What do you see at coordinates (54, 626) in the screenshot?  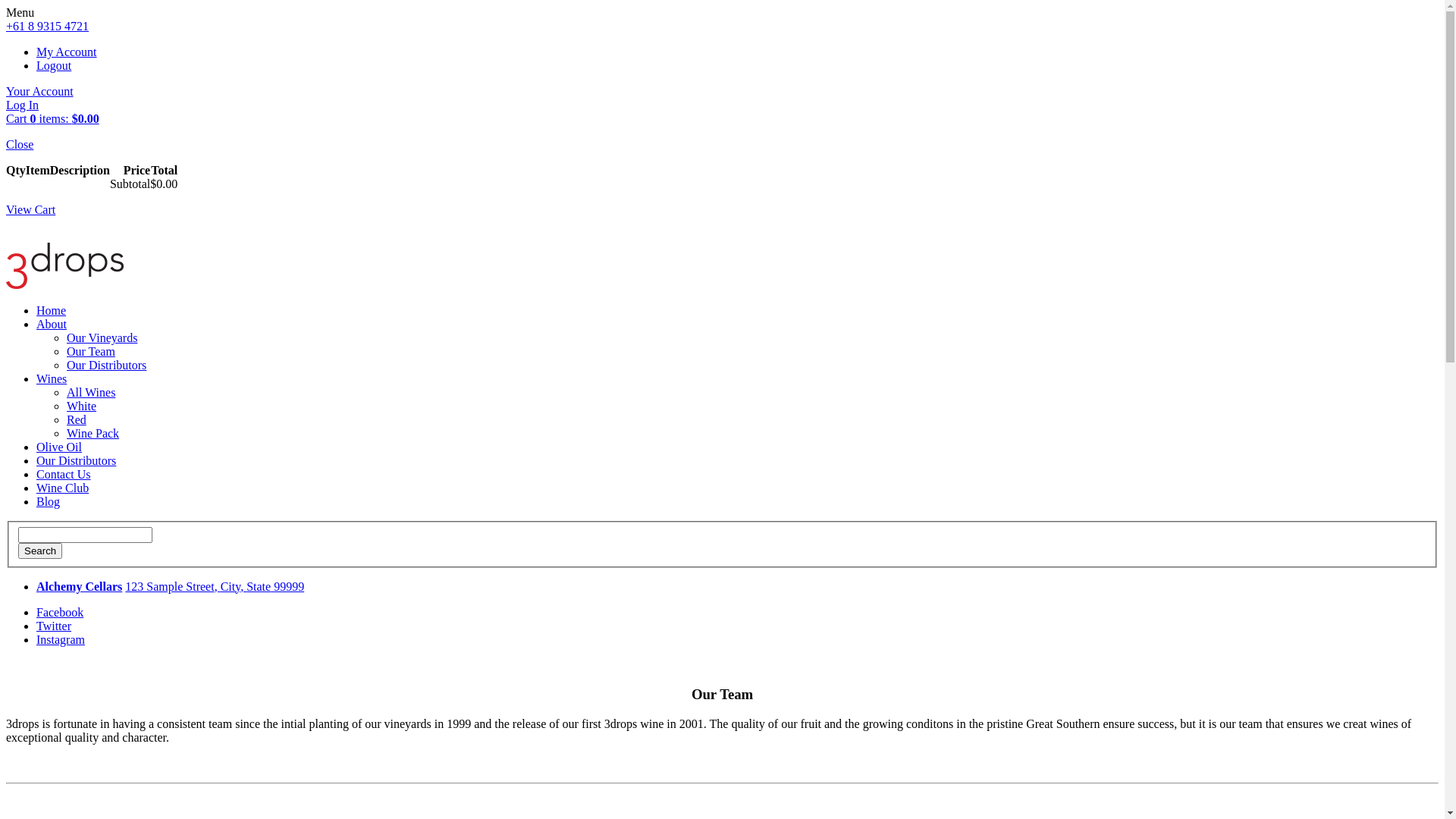 I see `'Twitter'` at bounding box center [54, 626].